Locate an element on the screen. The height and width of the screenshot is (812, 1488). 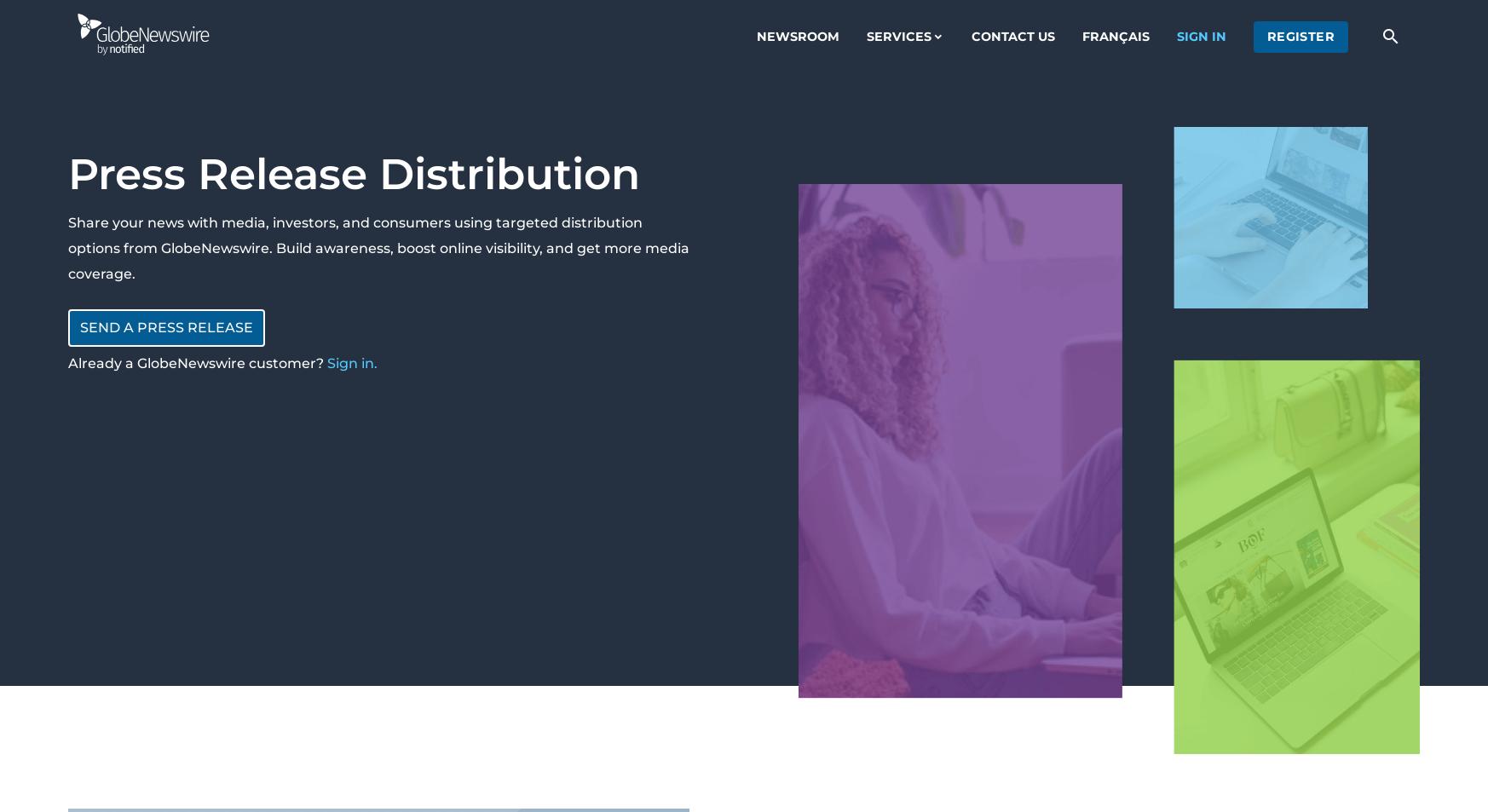
'contact us' is located at coordinates (1012, 35).